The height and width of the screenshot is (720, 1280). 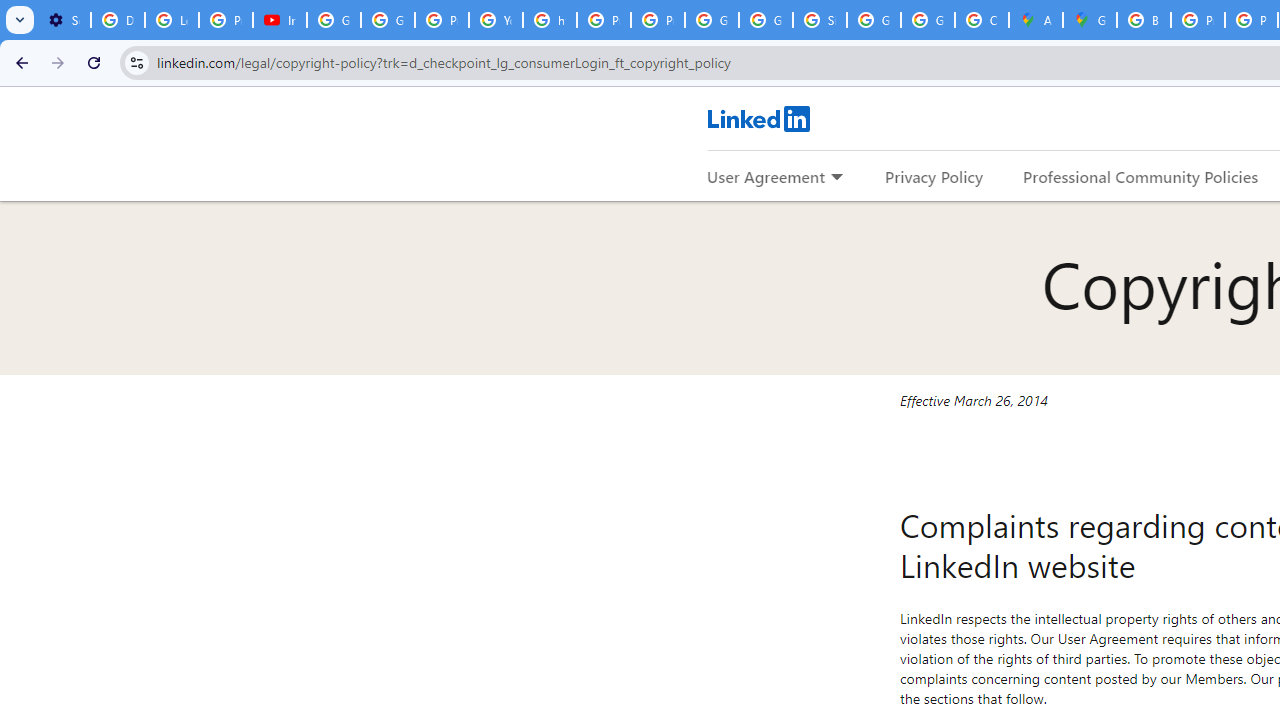 What do you see at coordinates (64, 20) in the screenshot?
I see `'Settings - Customize profile'` at bounding box center [64, 20].